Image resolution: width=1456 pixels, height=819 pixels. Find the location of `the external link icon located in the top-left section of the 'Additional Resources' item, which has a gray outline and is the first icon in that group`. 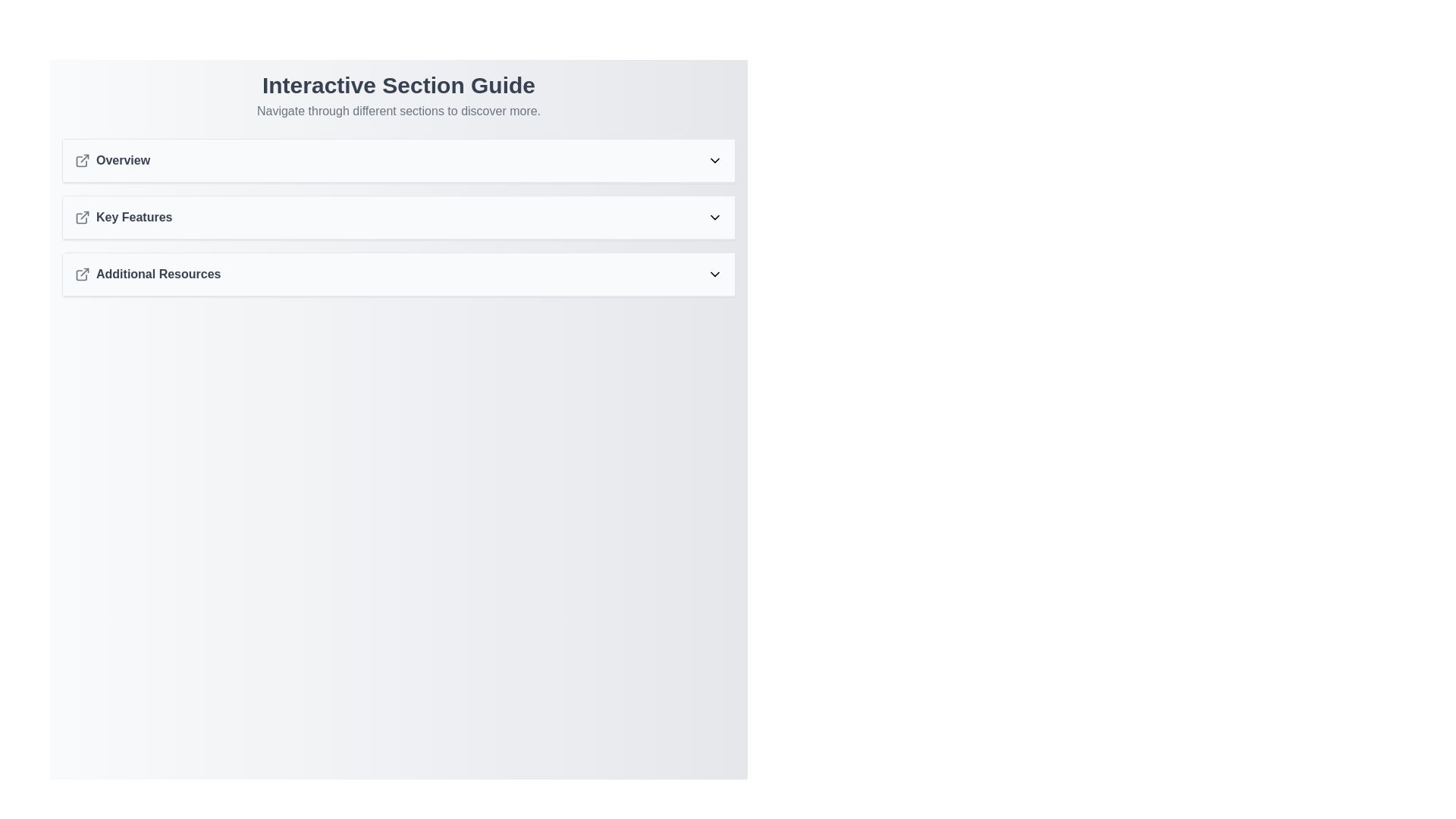

the external link icon located in the top-left section of the 'Additional Resources' item, which has a gray outline and is the first icon in that group is located at coordinates (82, 275).